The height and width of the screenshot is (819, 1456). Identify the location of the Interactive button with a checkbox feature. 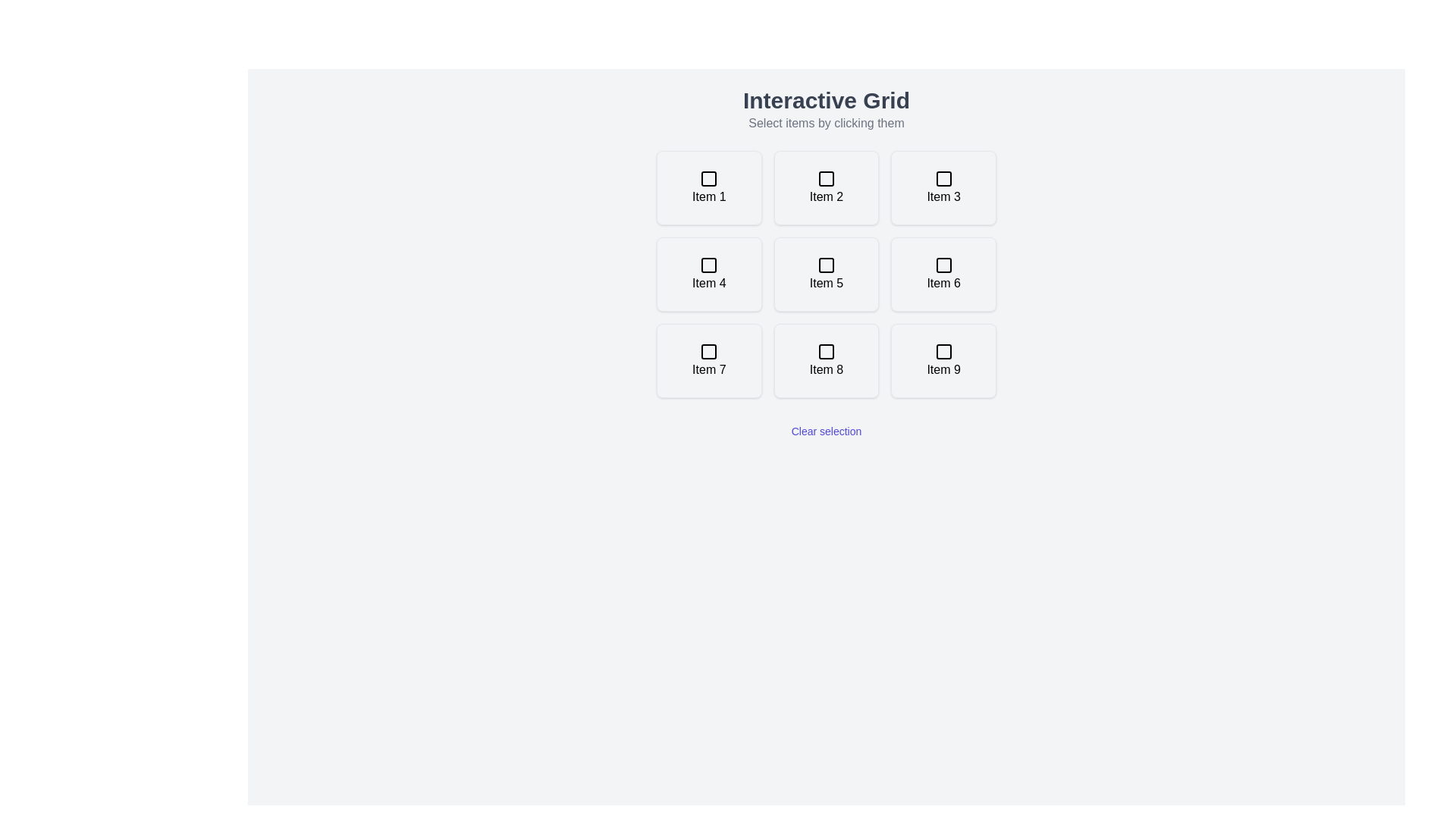
(825, 187).